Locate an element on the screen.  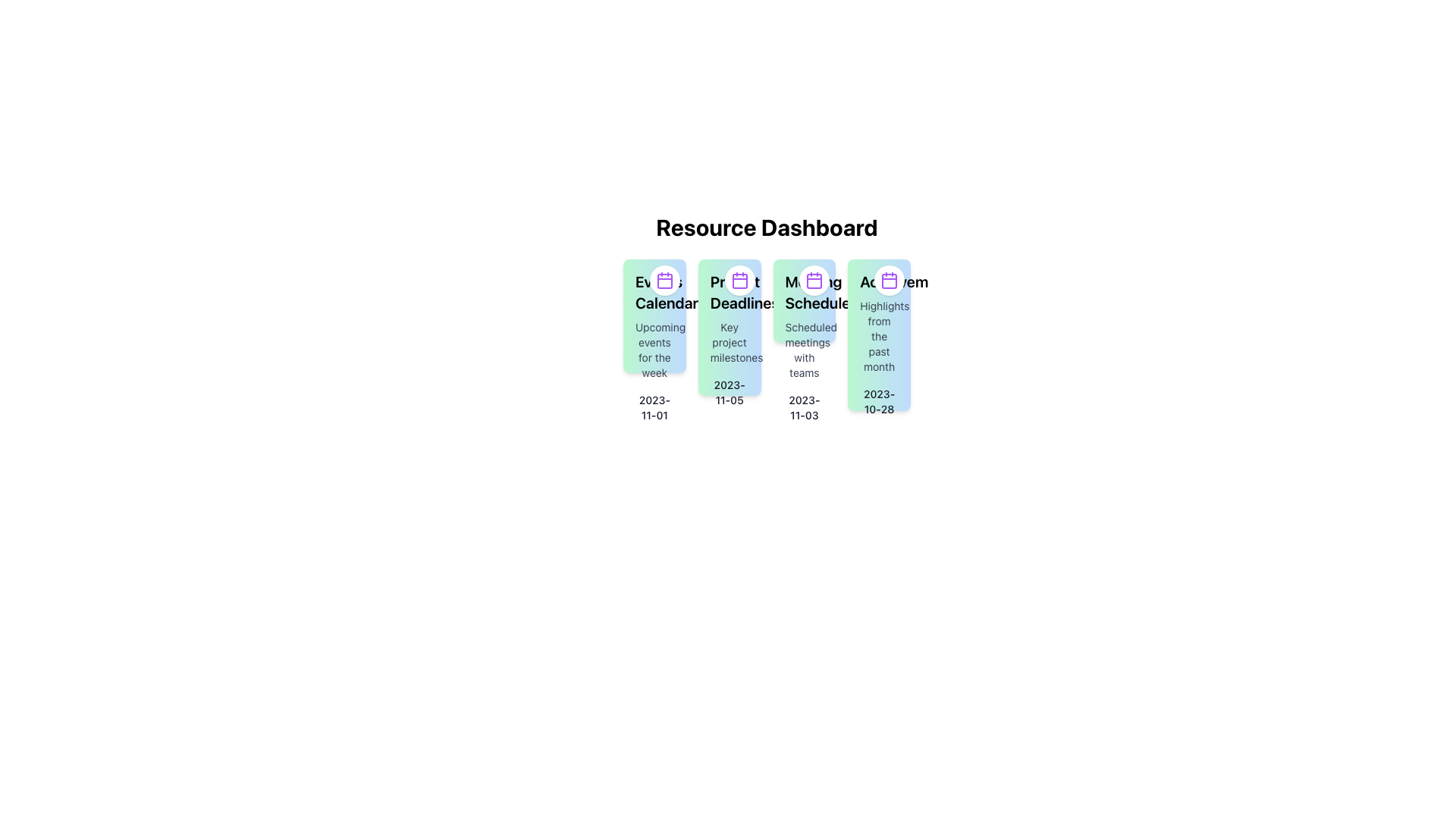
the bold heading text label 'Resource Dashboard' which is prominently displayed at the top of the content section is located at coordinates (767, 227).